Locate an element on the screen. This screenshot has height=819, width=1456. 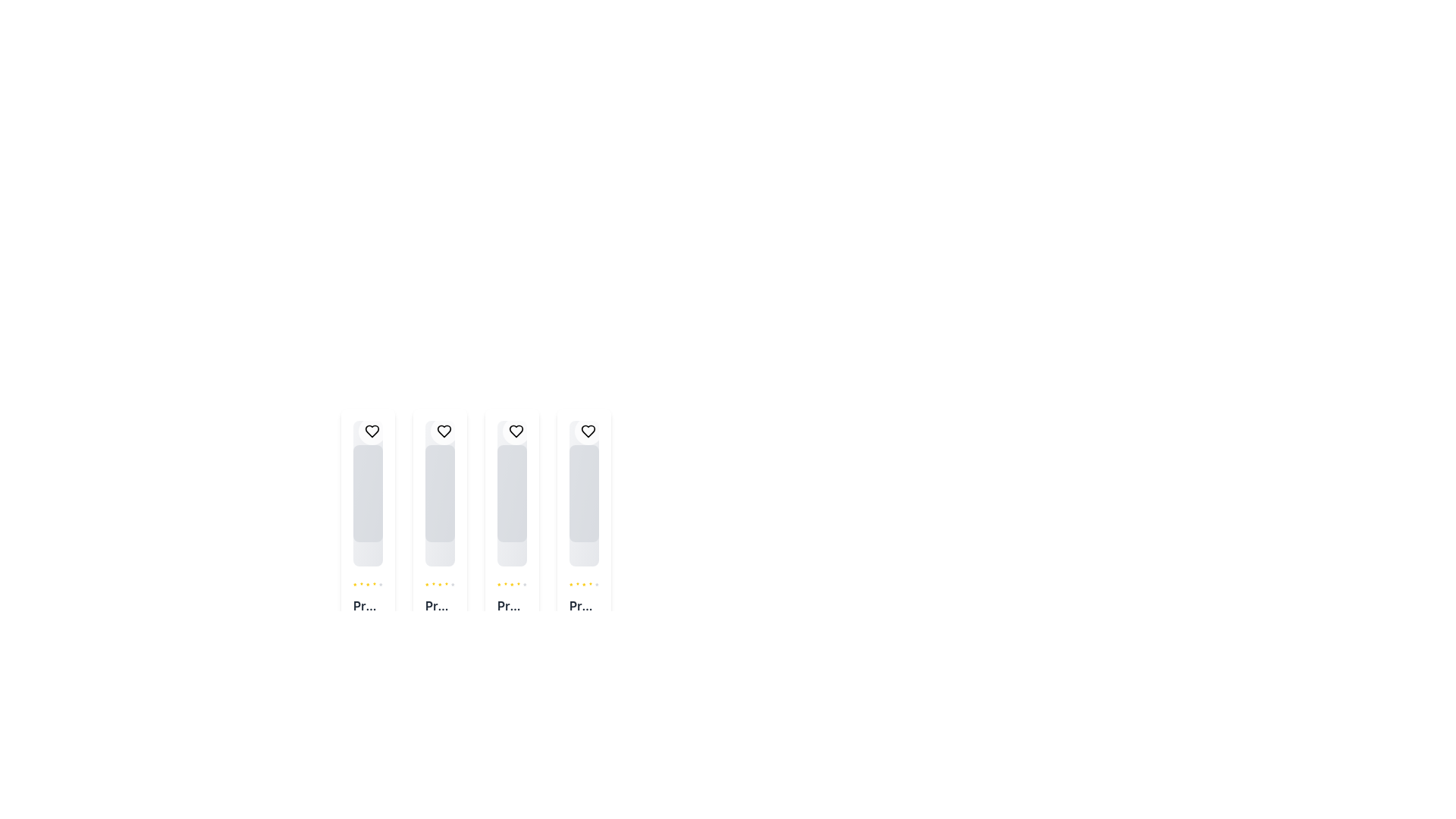
the vertically elongated rectangle placeholder element with rounded corners and a light gray background, which is the second column in a row of four columns is located at coordinates (439, 494).